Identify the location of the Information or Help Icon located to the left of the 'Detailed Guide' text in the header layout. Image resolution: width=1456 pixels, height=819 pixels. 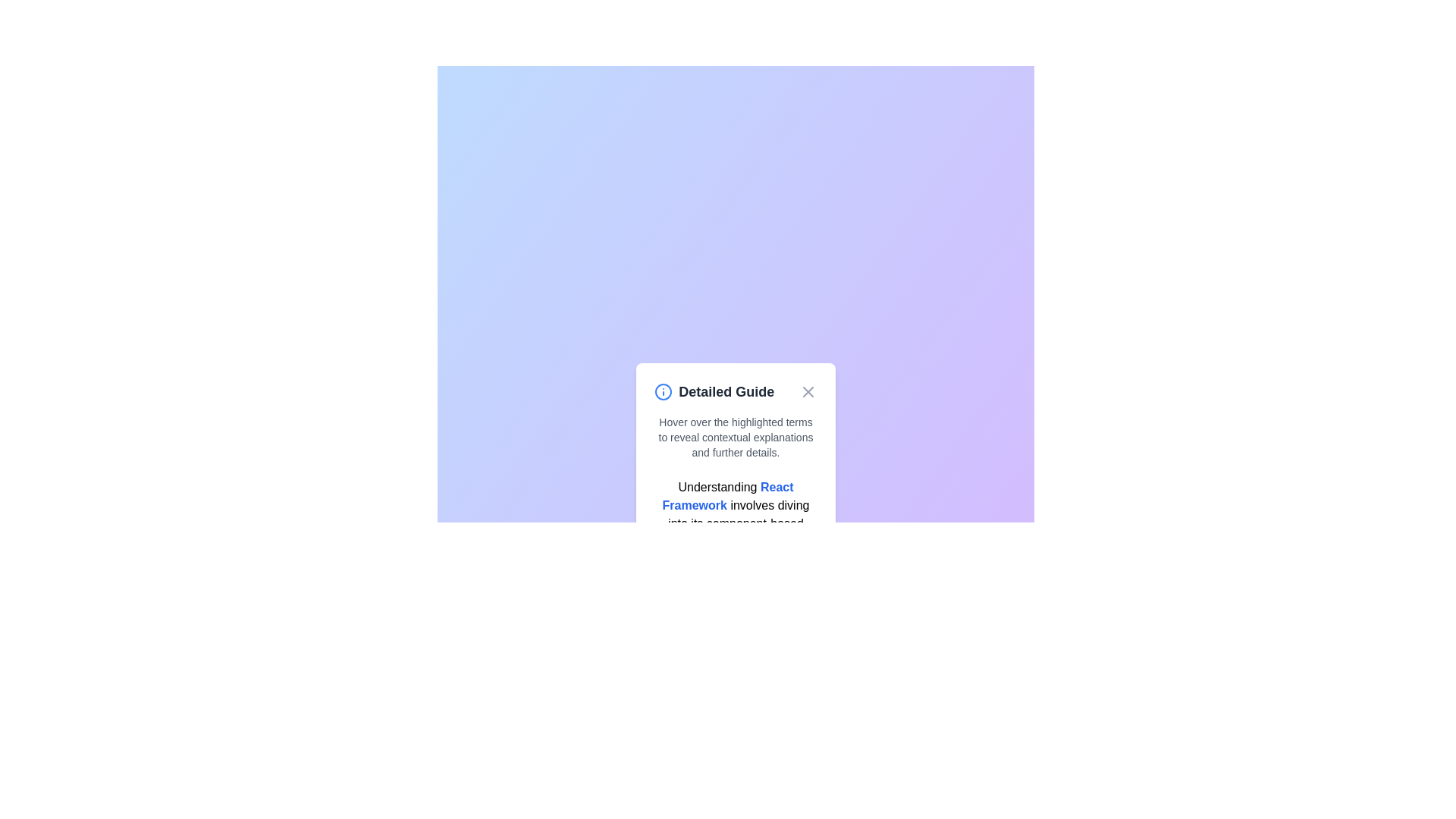
(663, 391).